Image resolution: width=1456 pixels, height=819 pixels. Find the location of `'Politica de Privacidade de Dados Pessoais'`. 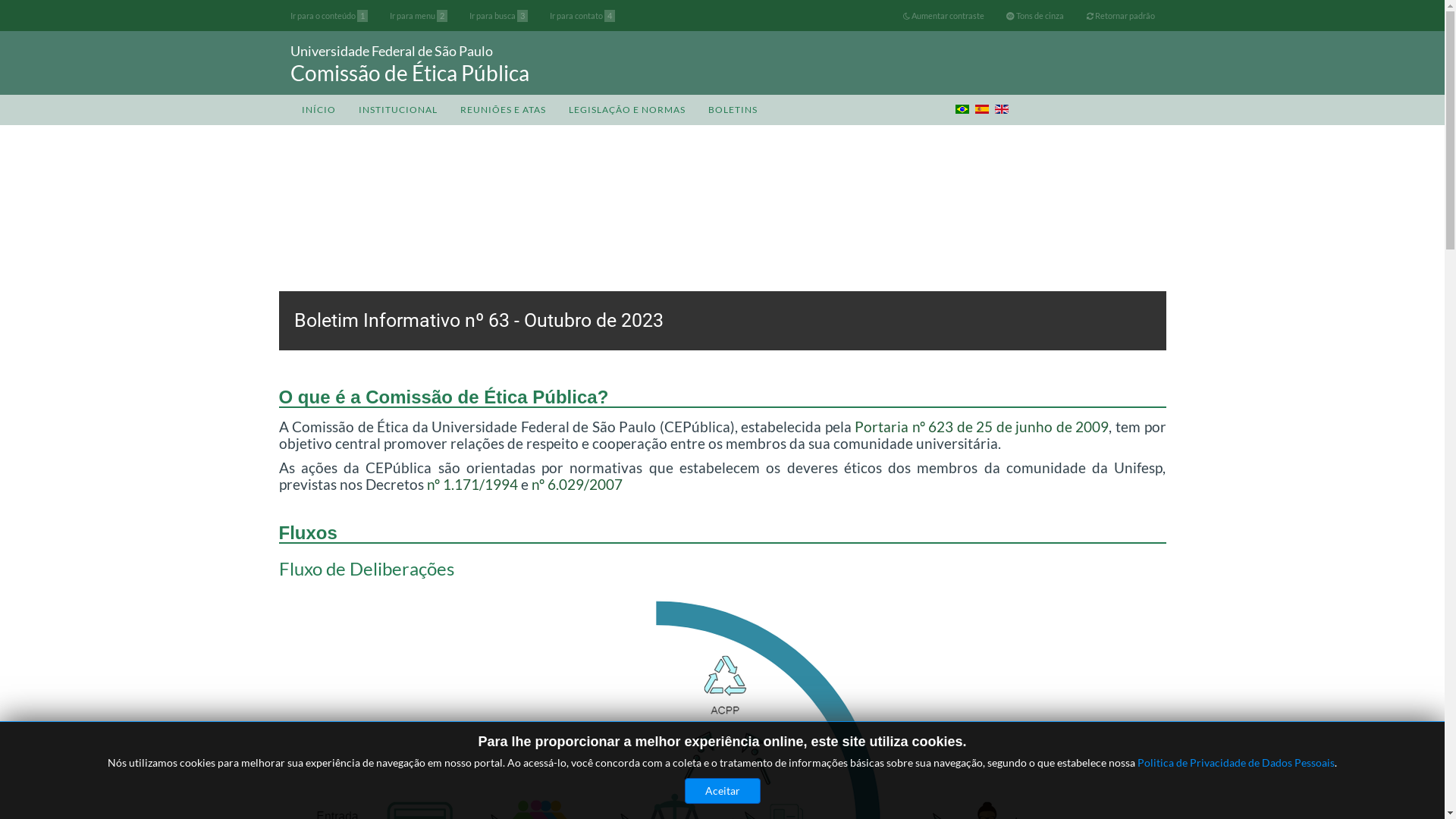

'Politica de Privacidade de Dados Pessoais' is located at coordinates (1236, 762).